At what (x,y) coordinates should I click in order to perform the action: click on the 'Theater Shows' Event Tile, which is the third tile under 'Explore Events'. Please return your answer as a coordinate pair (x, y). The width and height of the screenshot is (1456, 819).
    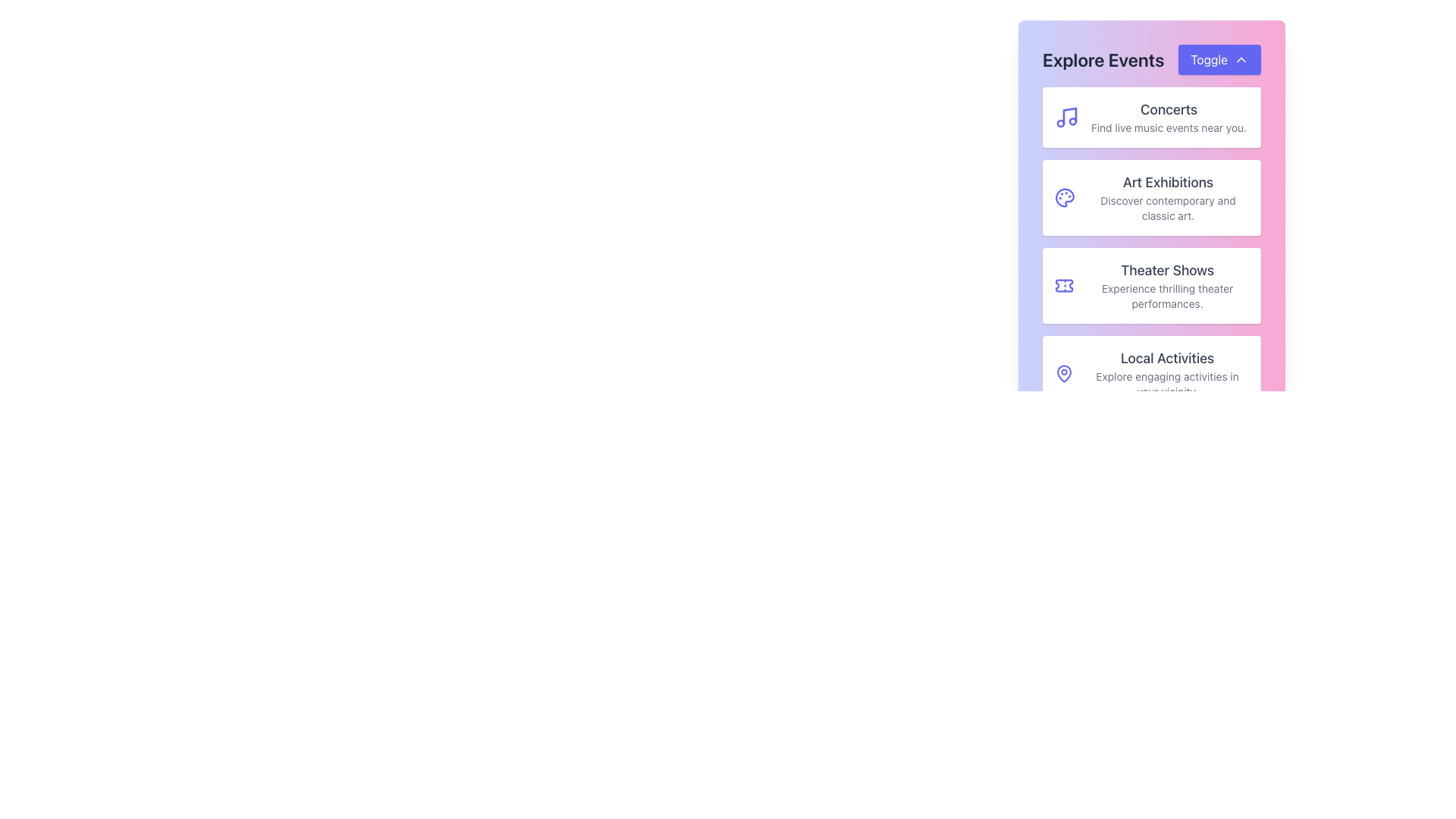
    Looking at the image, I should click on (1151, 248).